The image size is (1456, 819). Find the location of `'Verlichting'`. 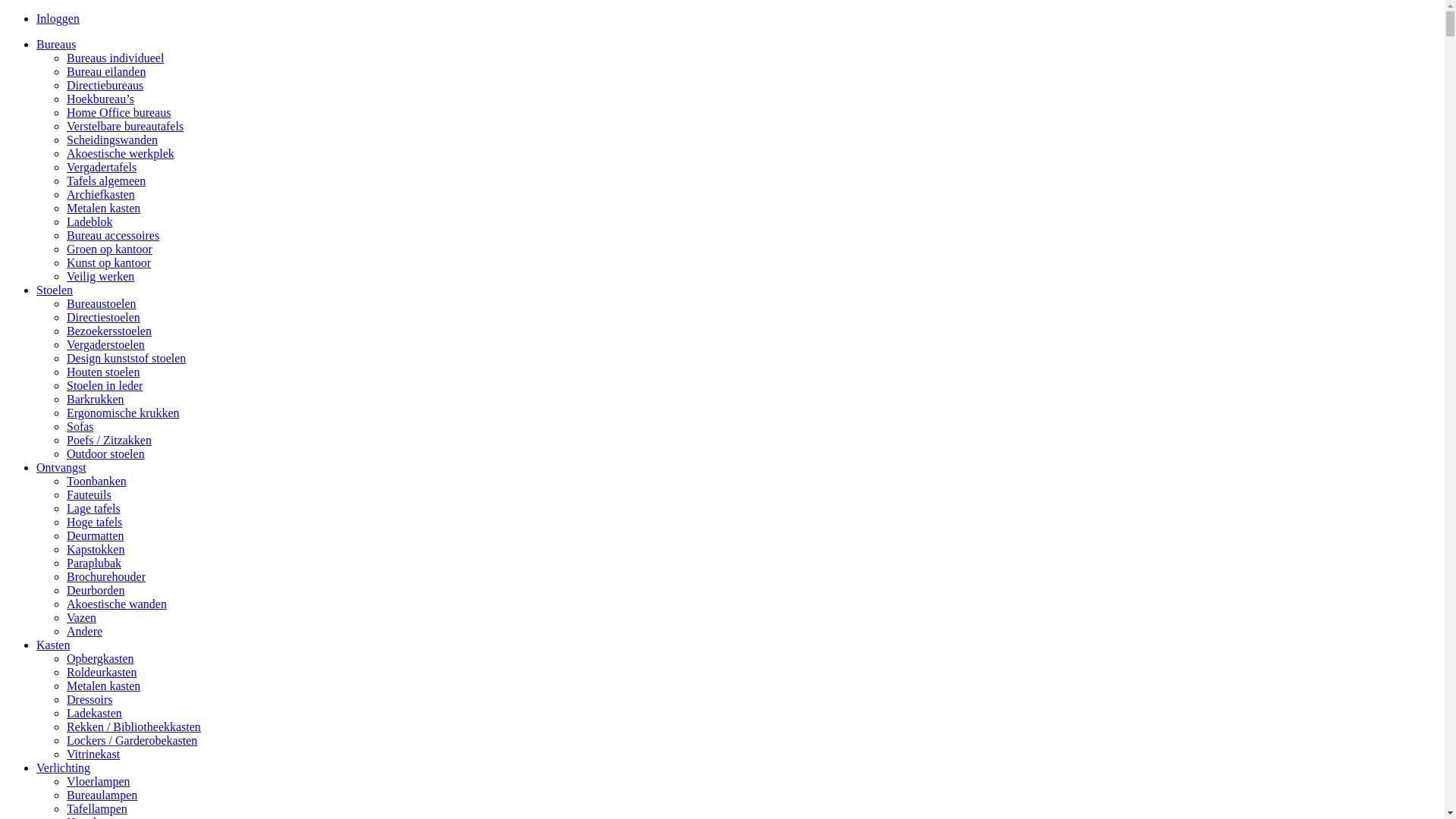

'Verlichting' is located at coordinates (62, 767).